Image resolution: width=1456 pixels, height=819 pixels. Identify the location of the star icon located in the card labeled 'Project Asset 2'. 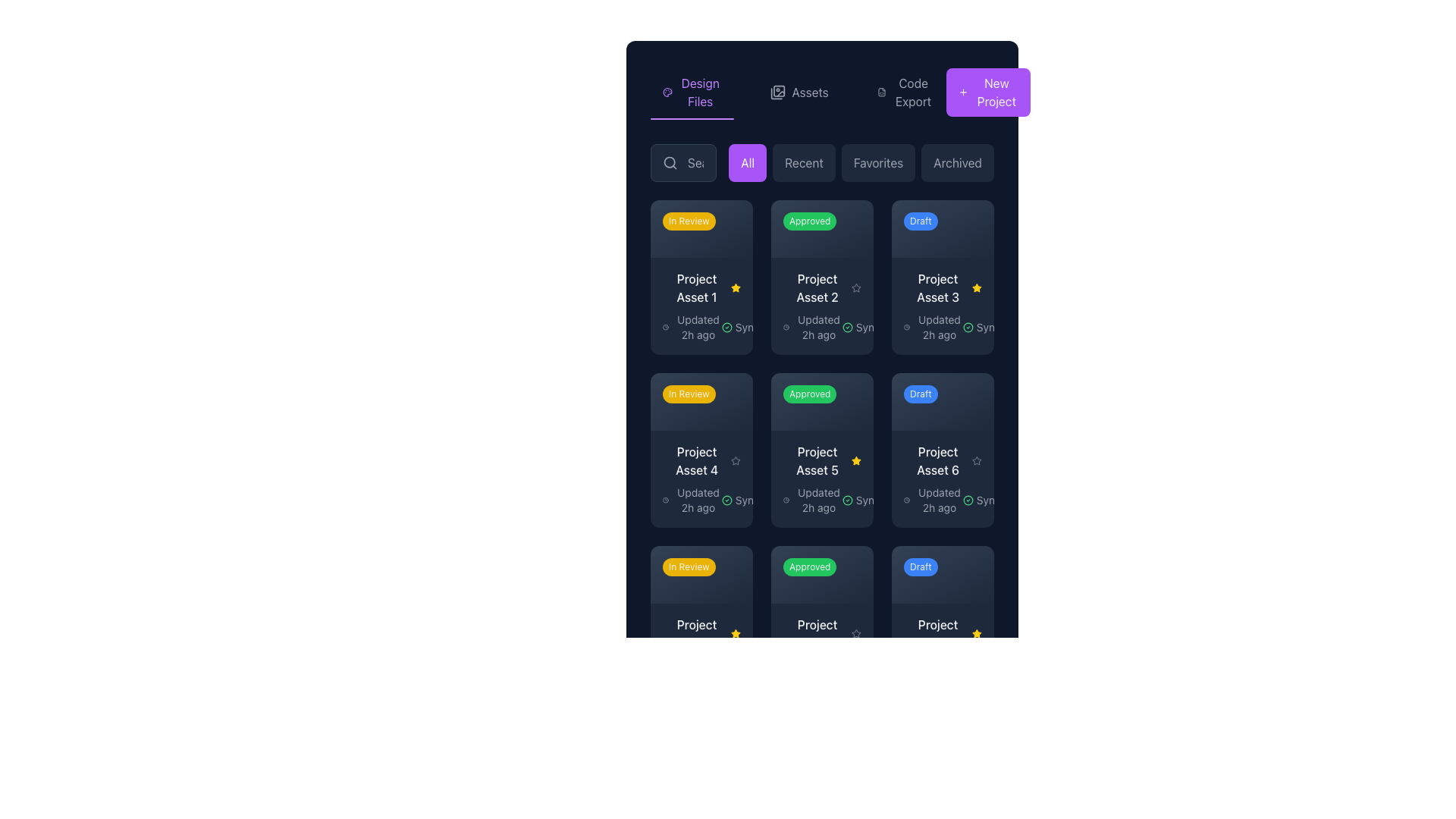
(856, 287).